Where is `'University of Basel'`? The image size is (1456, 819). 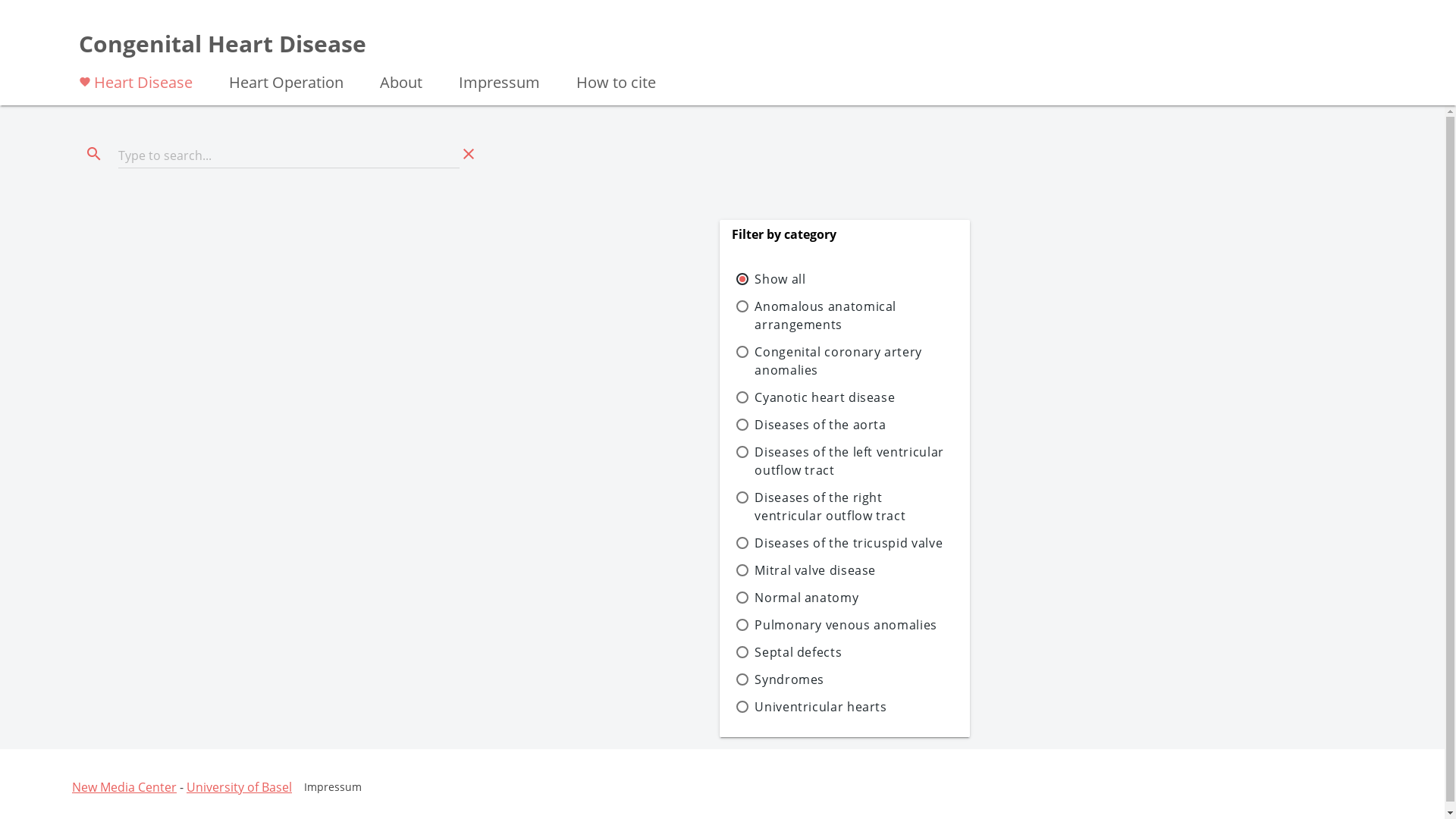
'University of Basel' is located at coordinates (238, 786).